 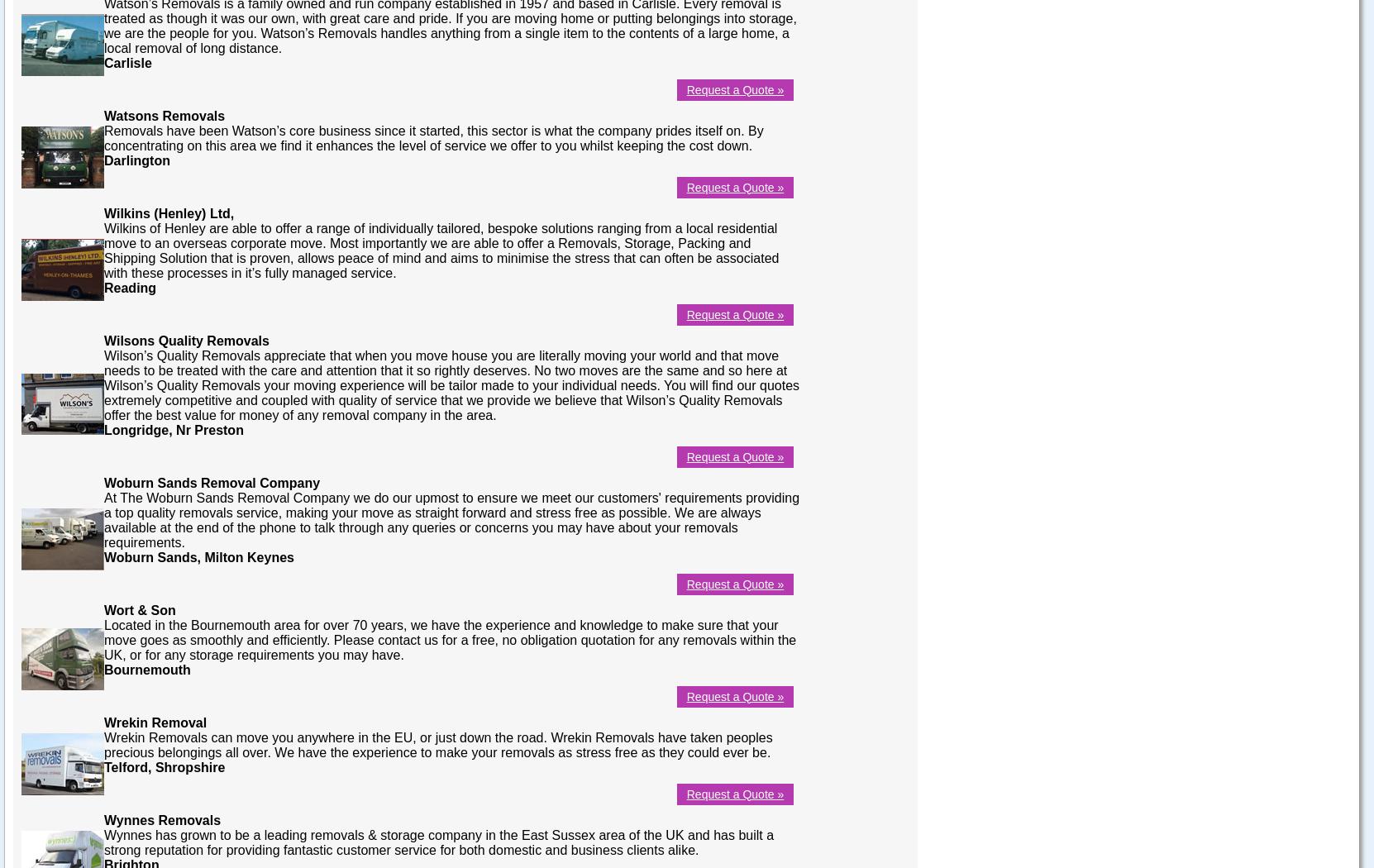 What do you see at coordinates (437, 744) in the screenshot?
I see `'Wrekin Removals can move you anywhere in the EU, or just down the road. Wrekin Removals have taken peoples precious belongings all over. We have the experience to make your removals as stress free as they could ever be.'` at bounding box center [437, 744].